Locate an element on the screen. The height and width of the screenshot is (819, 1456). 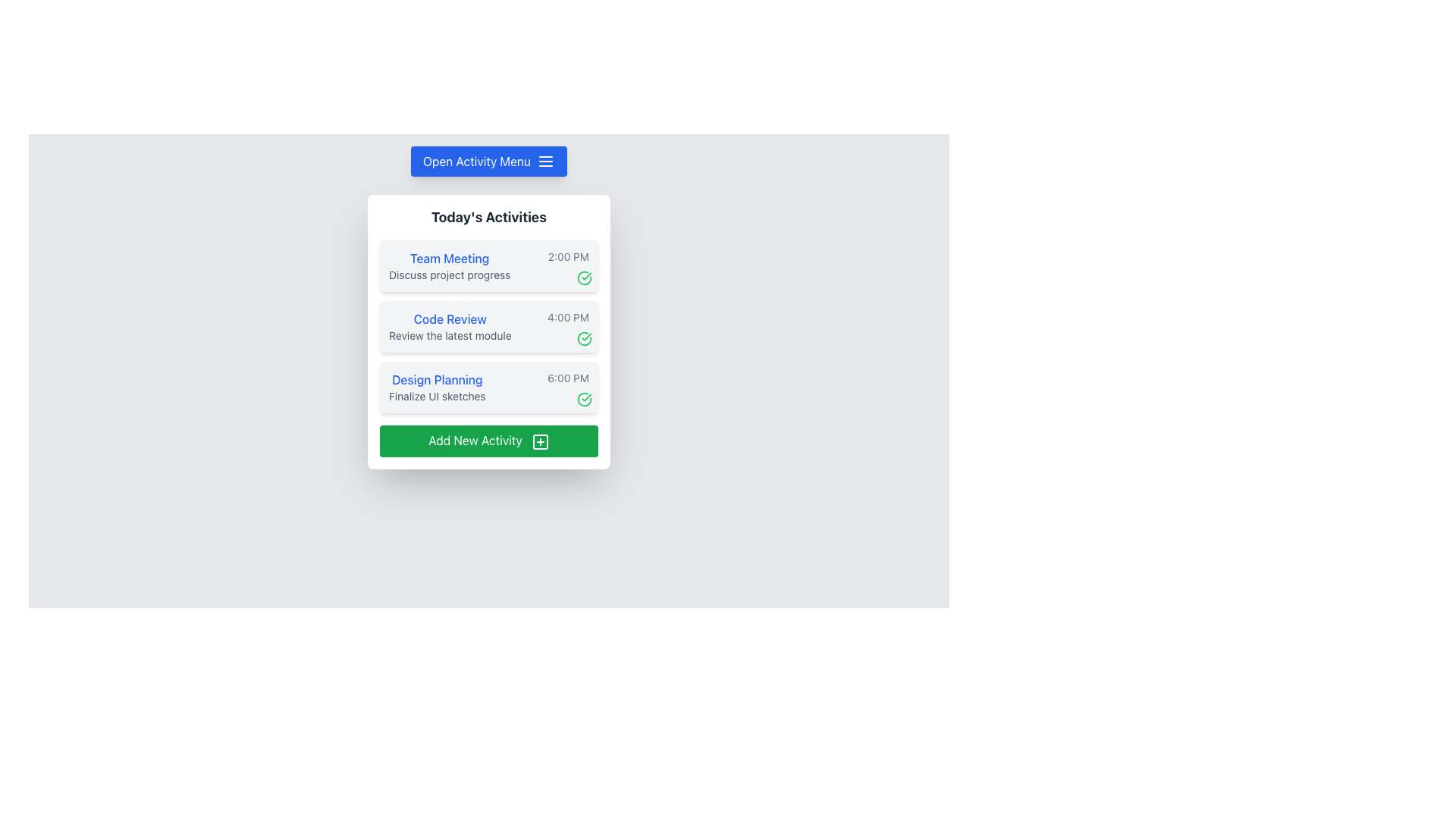
the multi-line display text element that shows 'Design Planning' and 'Finalize UI sketches', which is the third item in the 'Today's Activities' list is located at coordinates (436, 386).